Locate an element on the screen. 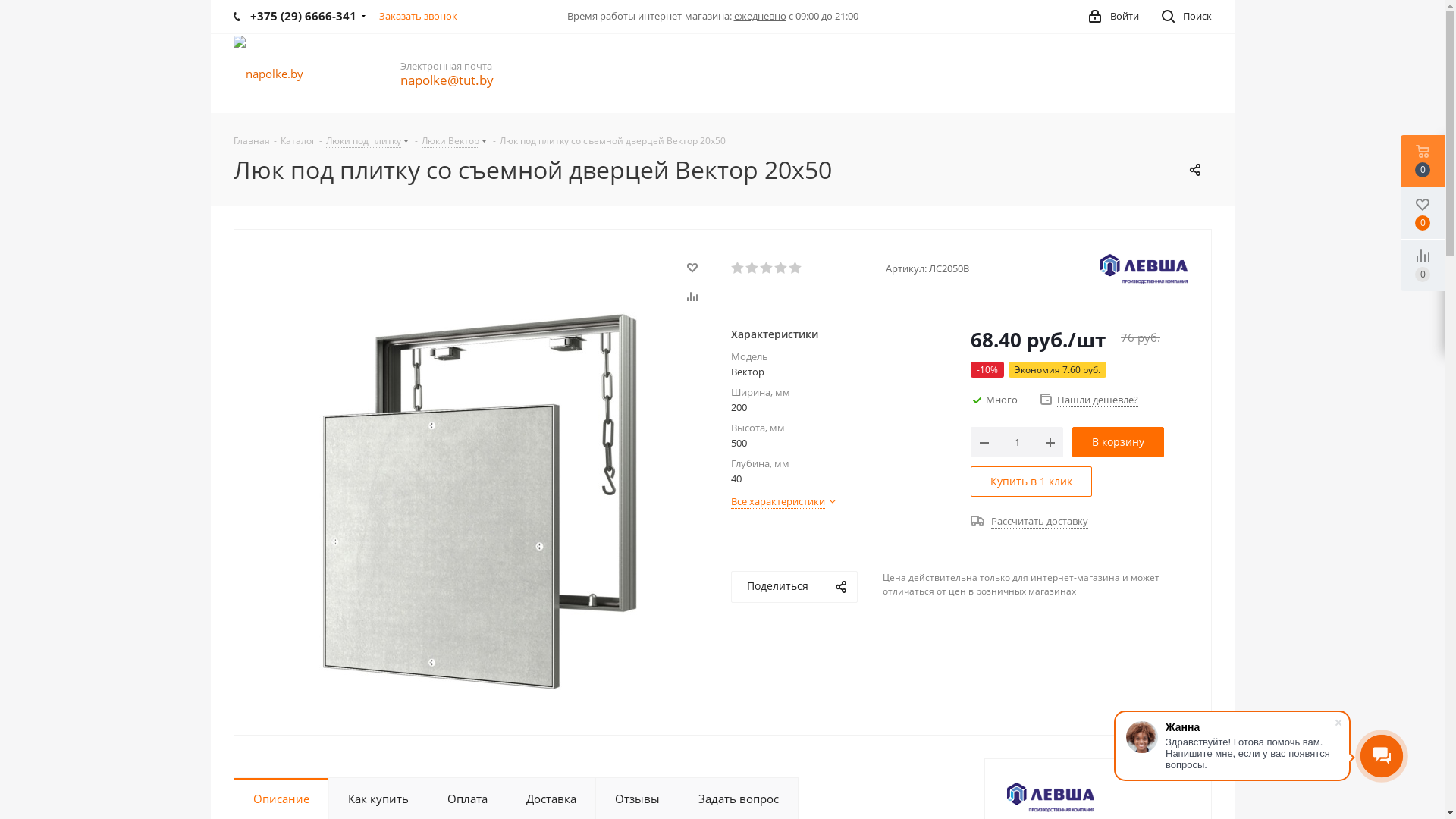 This screenshot has width=1456, height=819. 'napolke.by' is located at coordinates (268, 73).